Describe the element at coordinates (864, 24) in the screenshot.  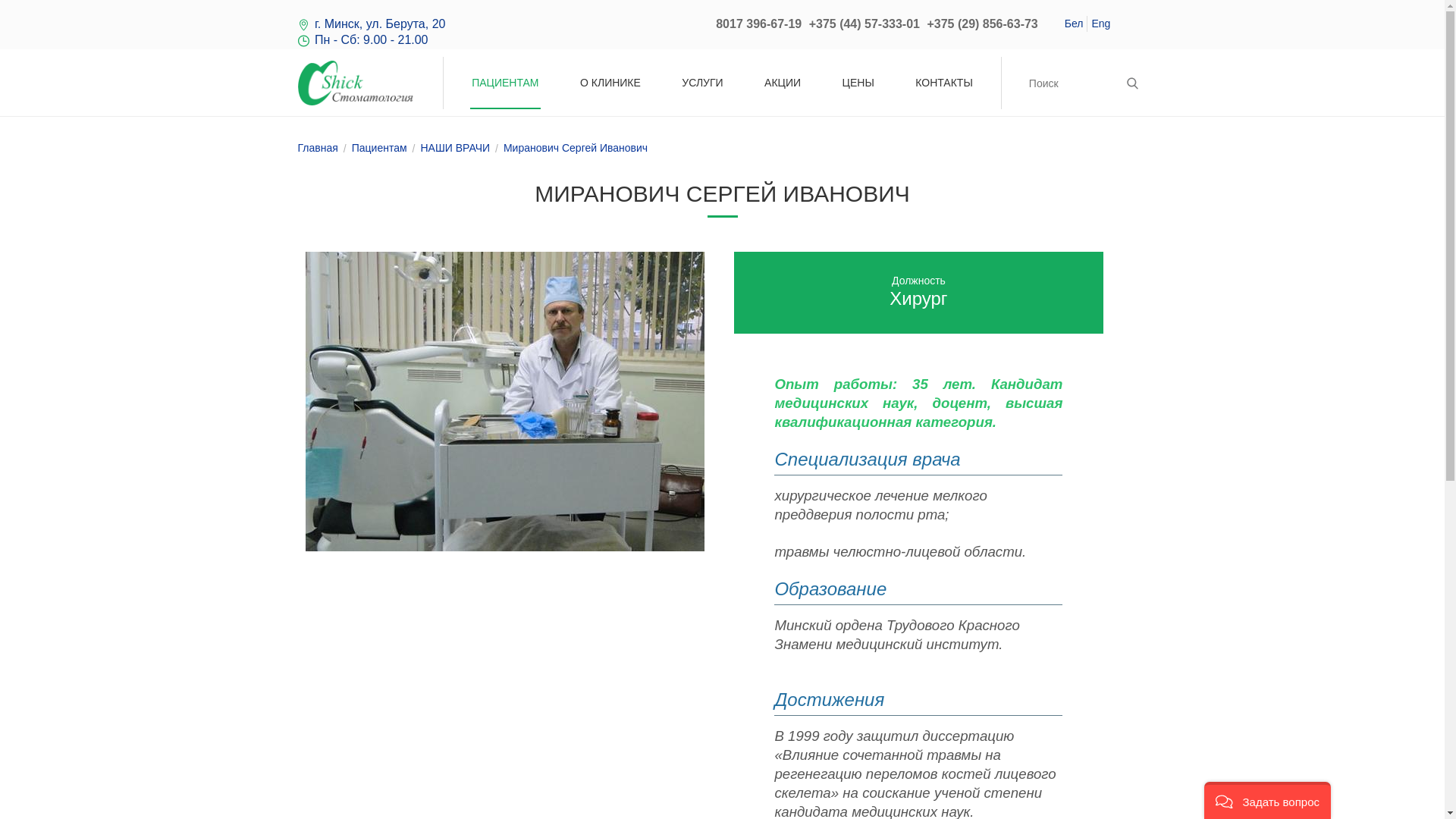
I see `'+375 (44) 57-333-01'` at that location.